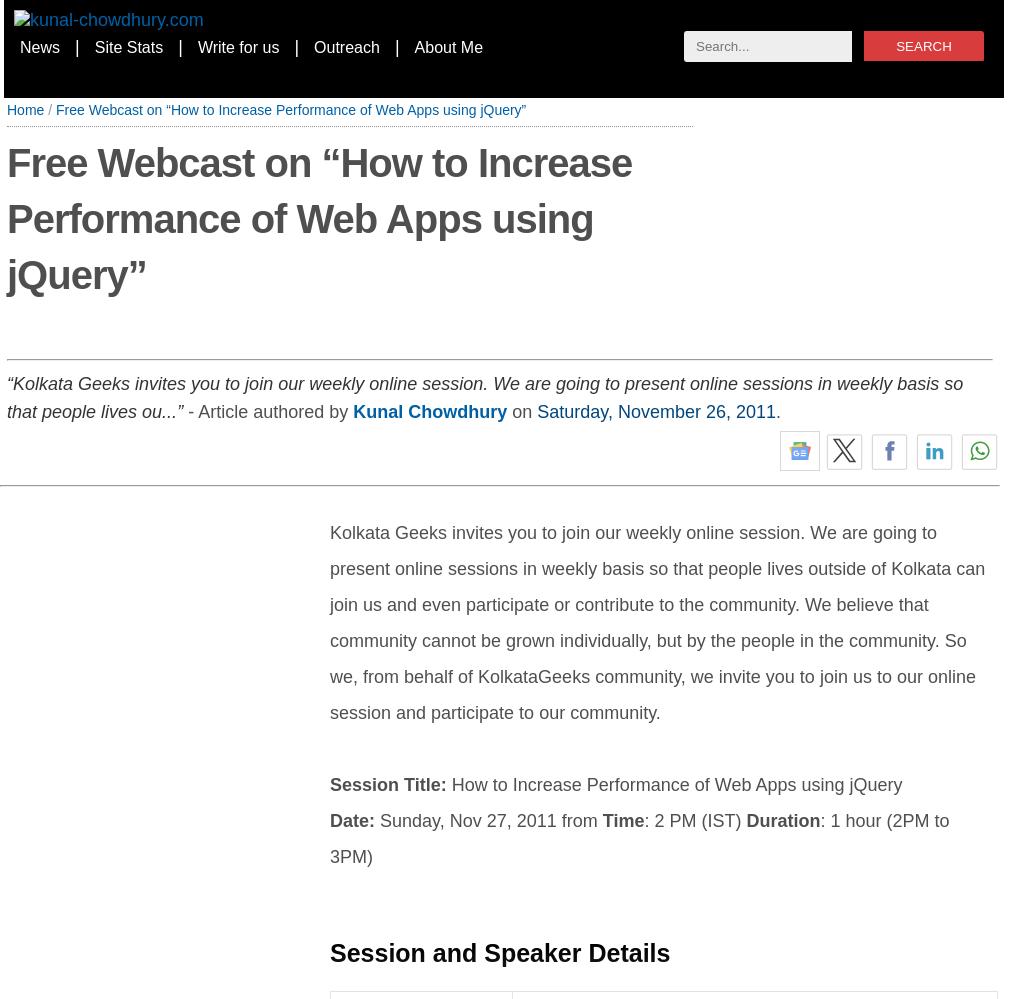 The image size is (1020, 999). What do you see at coordinates (128, 47) in the screenshot?
I see `'Site Stats'` at bounding box center [128, 47].